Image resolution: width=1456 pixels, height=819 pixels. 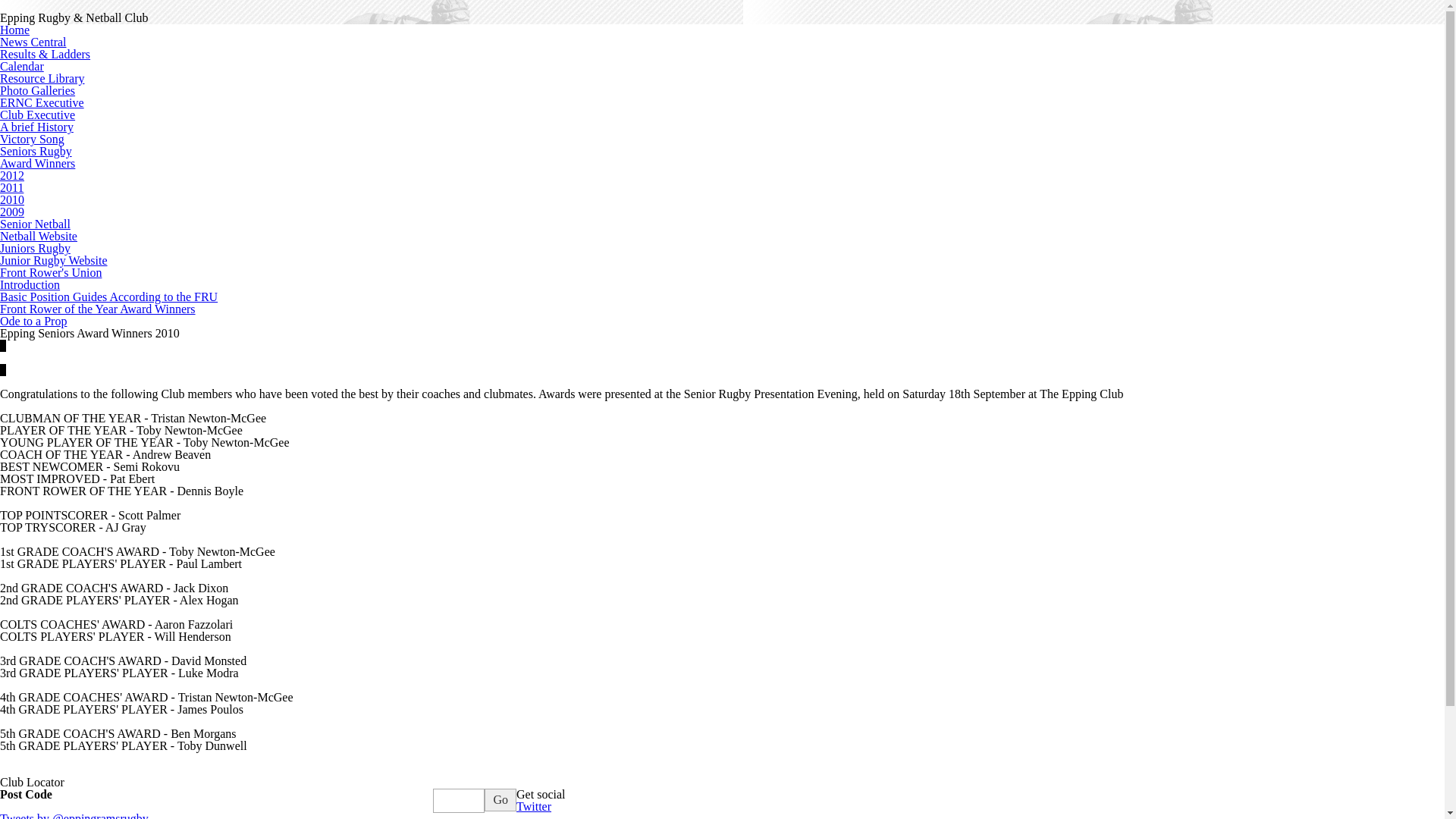 I want to click on '2011', so click(x=11, y=187).